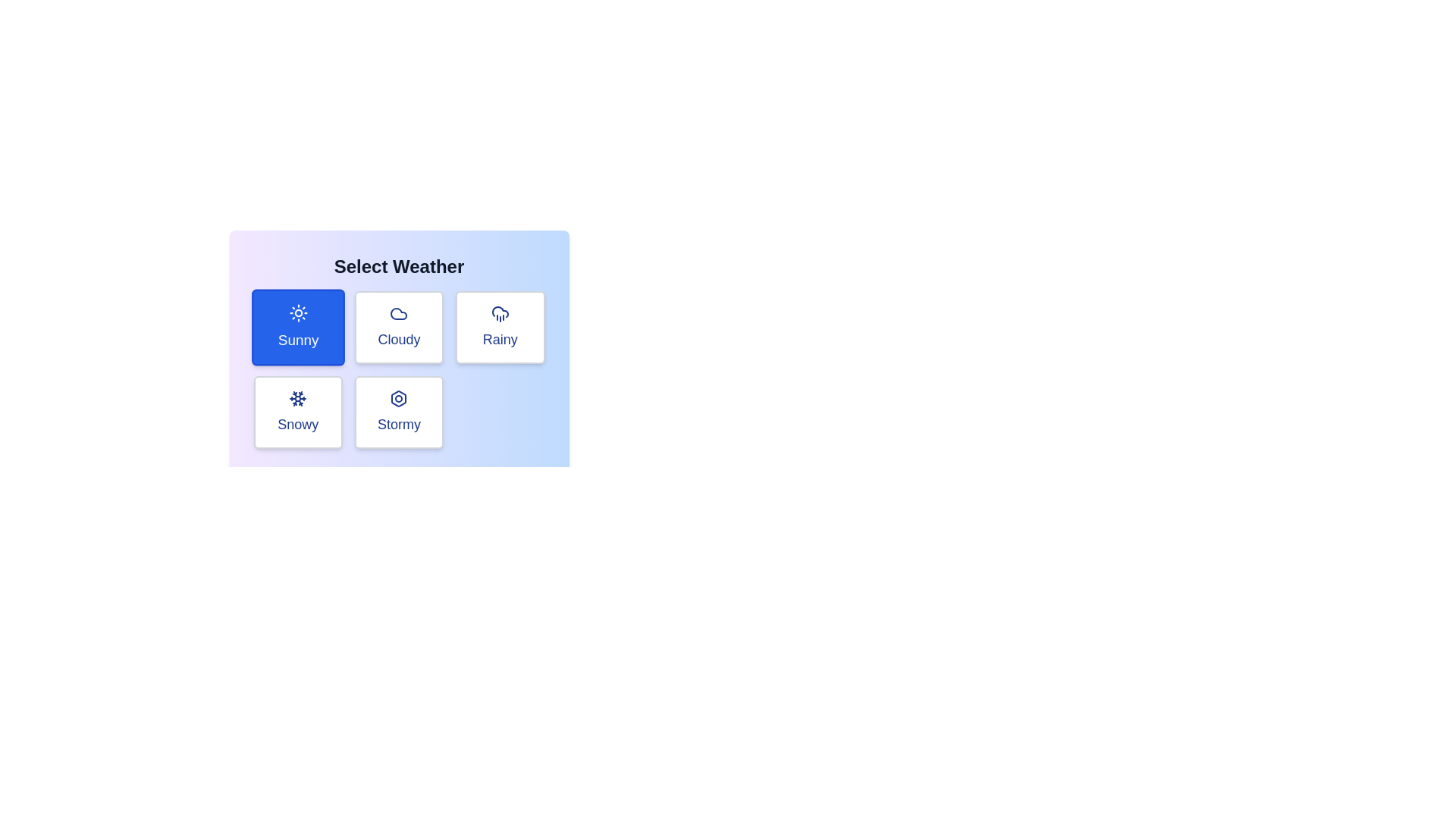 Image resolution: width=1456 pixels, height=819 pixels. What do you see at coordinates (298, 327) in the screenshot?
I see `the blue button labeled 'Sunny' with a sun icon` at bounding box center [298, 327].